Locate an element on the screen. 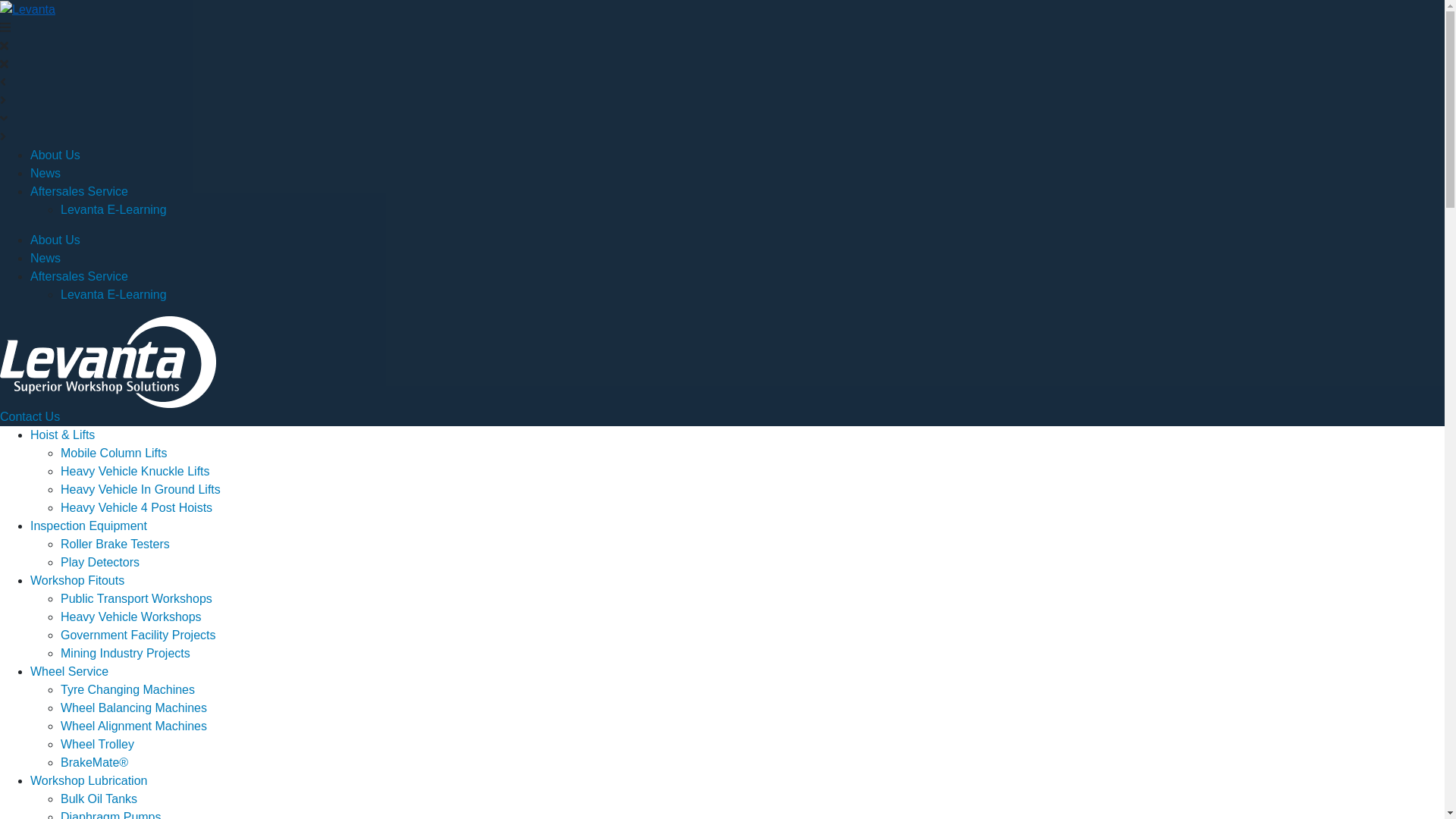 This screenshot has height=819, width=1456. 'Aftersales Service' is located at coordinates (78, 190).